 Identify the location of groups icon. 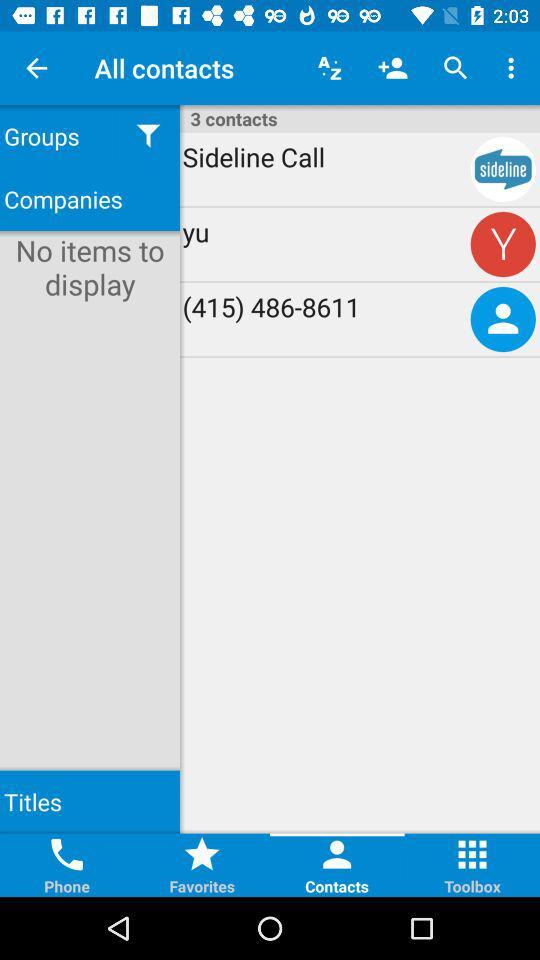
(58, 135).